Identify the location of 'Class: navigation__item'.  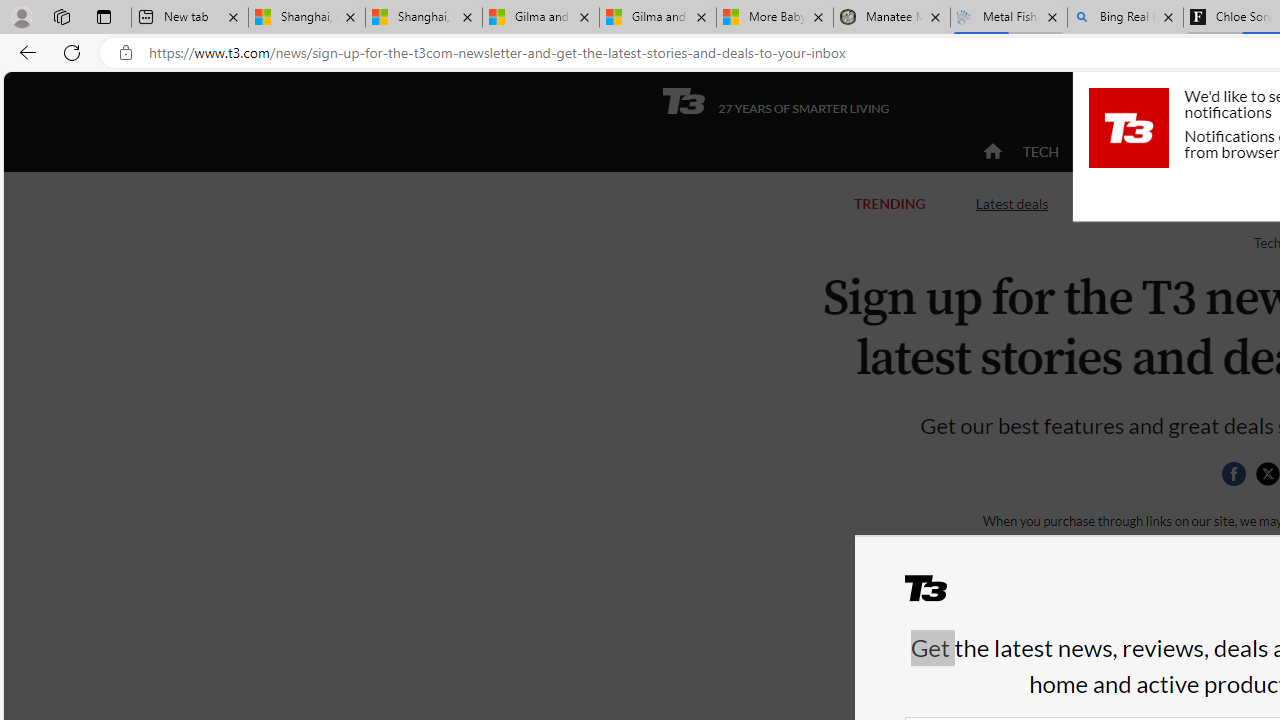
(990, 150).